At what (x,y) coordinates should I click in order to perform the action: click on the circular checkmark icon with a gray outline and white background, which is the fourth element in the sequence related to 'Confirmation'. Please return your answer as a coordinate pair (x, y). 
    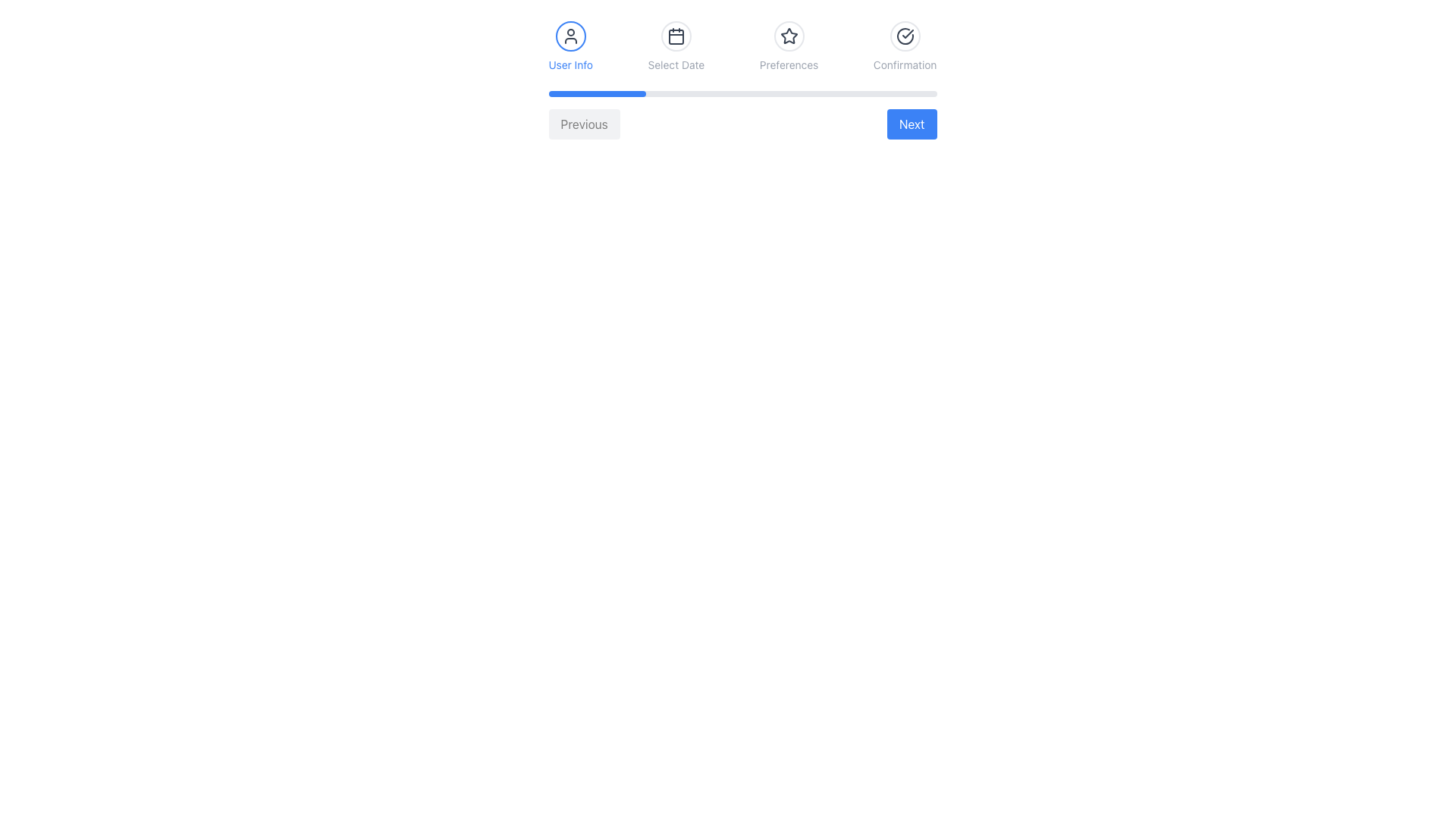
    Looking at the image, I should click on (905, 35).